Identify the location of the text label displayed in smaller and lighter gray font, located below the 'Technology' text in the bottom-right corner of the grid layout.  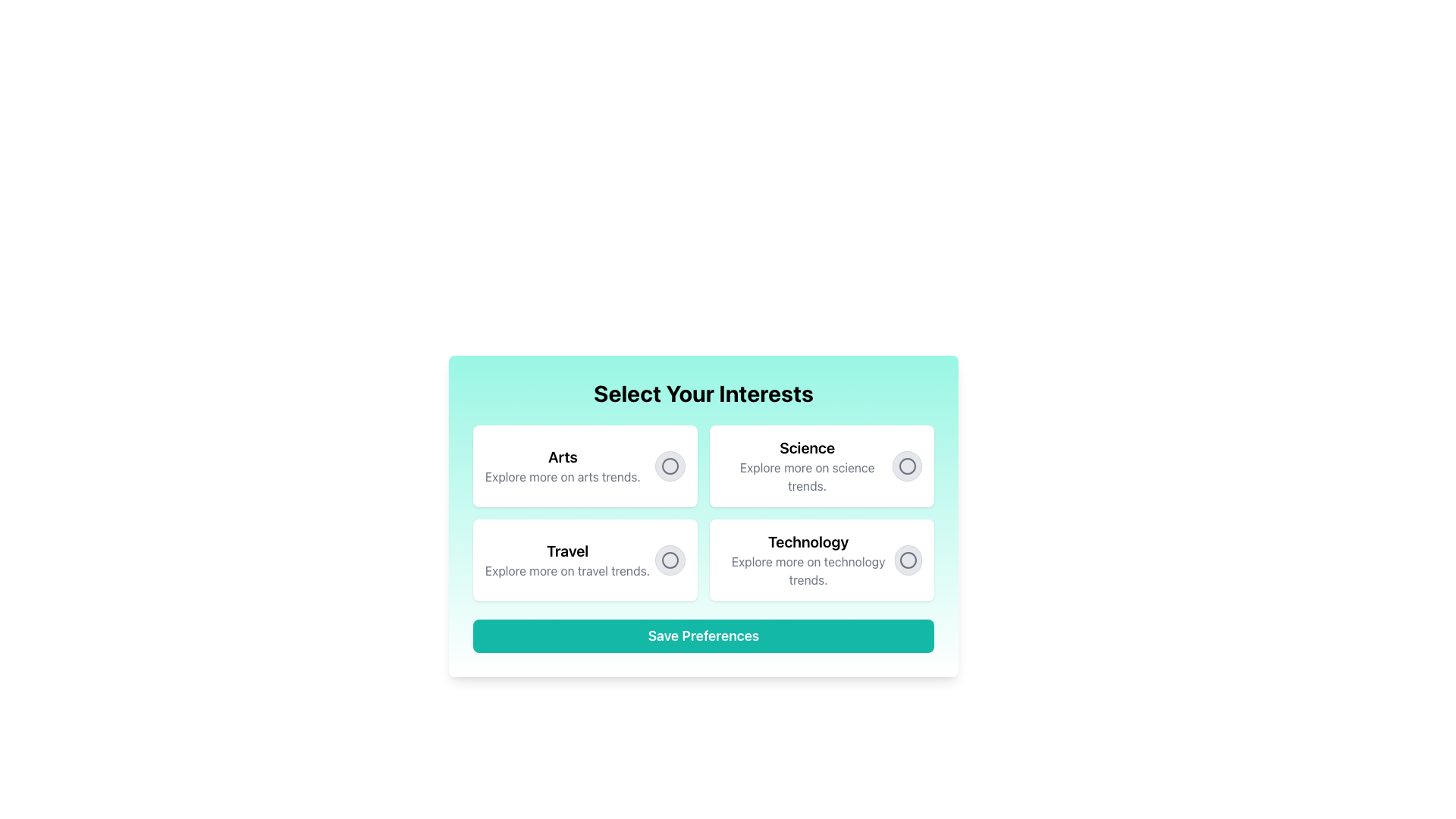
(808, 570).